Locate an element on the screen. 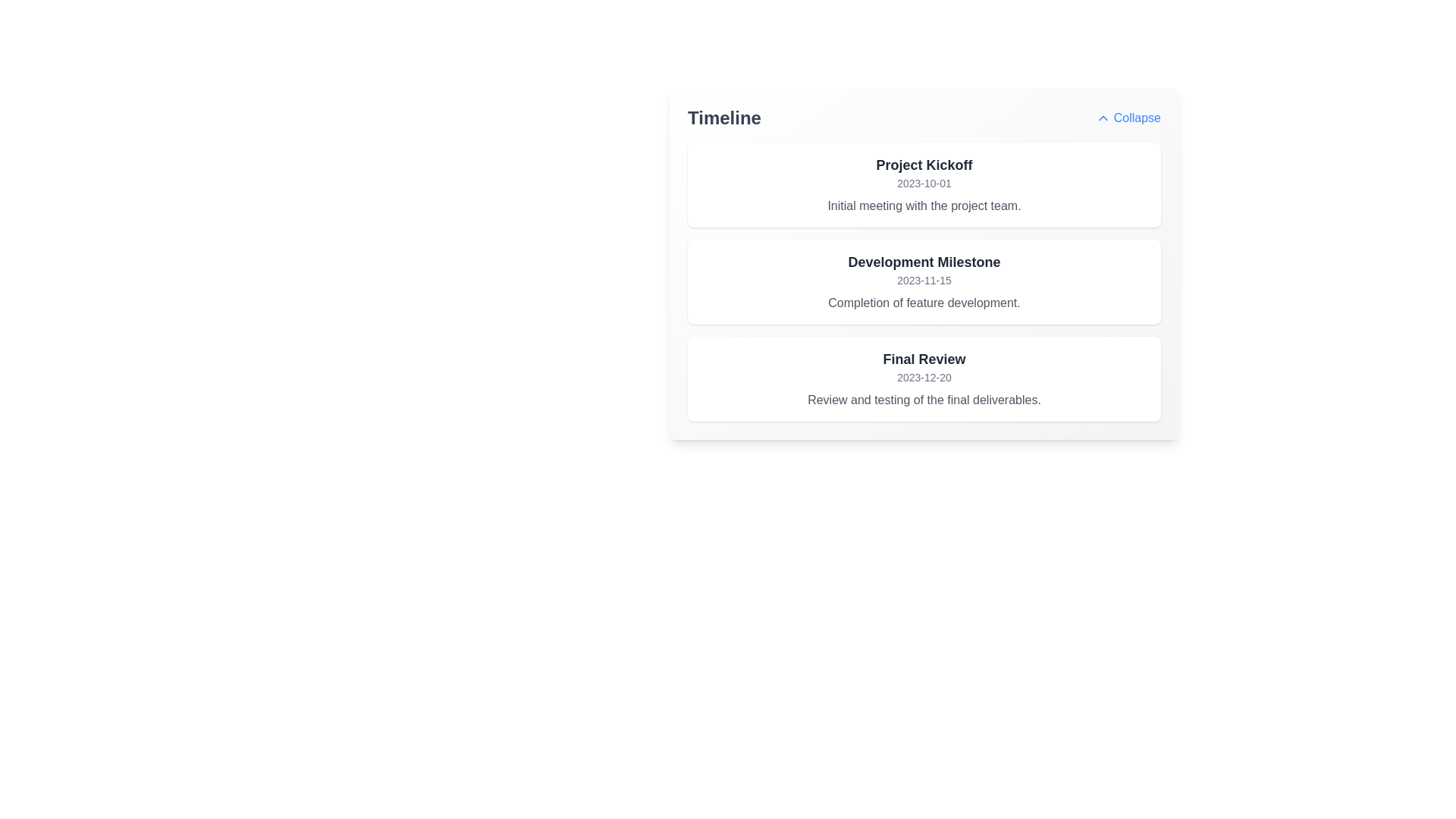  the Text Block located at the bottom of the card for the 'Final Review' timeline event, which provides detailed context about the event's purpose is located at coordinates (924, 400).